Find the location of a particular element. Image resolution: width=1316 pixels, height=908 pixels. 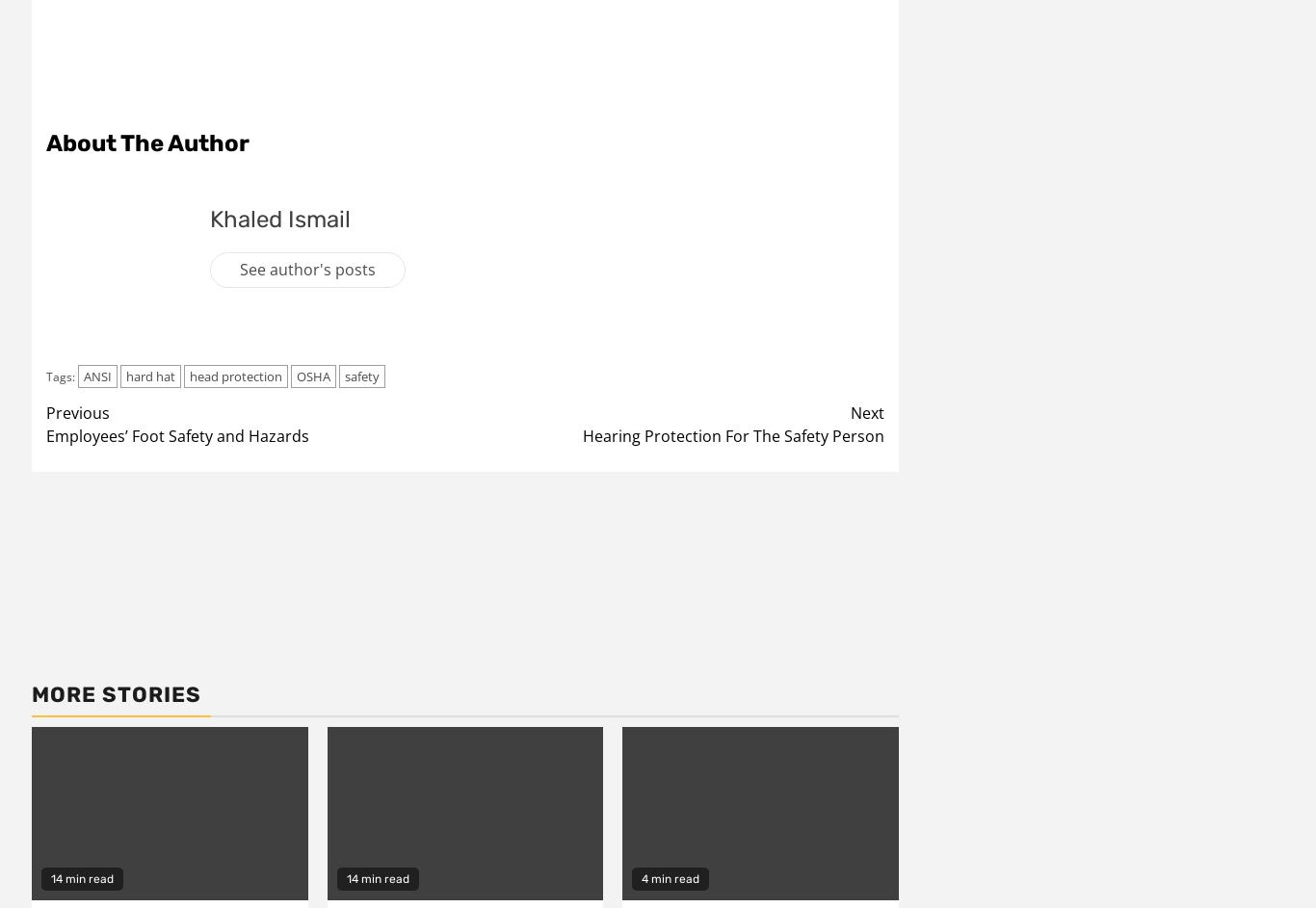

'4 min read' is located at coordinates (670, 876).